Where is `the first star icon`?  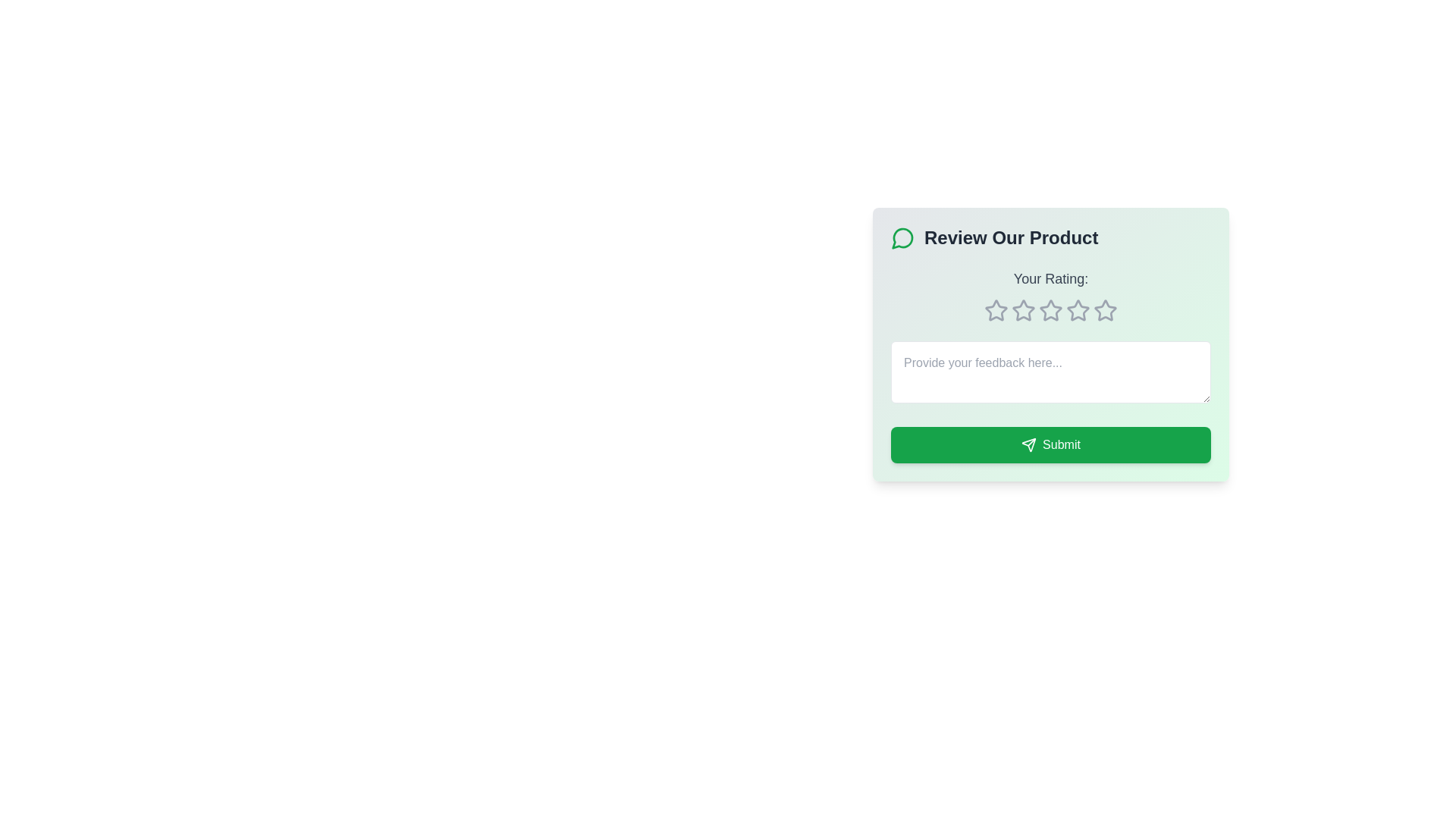
the first star icon is located at coordinates (996, 309).